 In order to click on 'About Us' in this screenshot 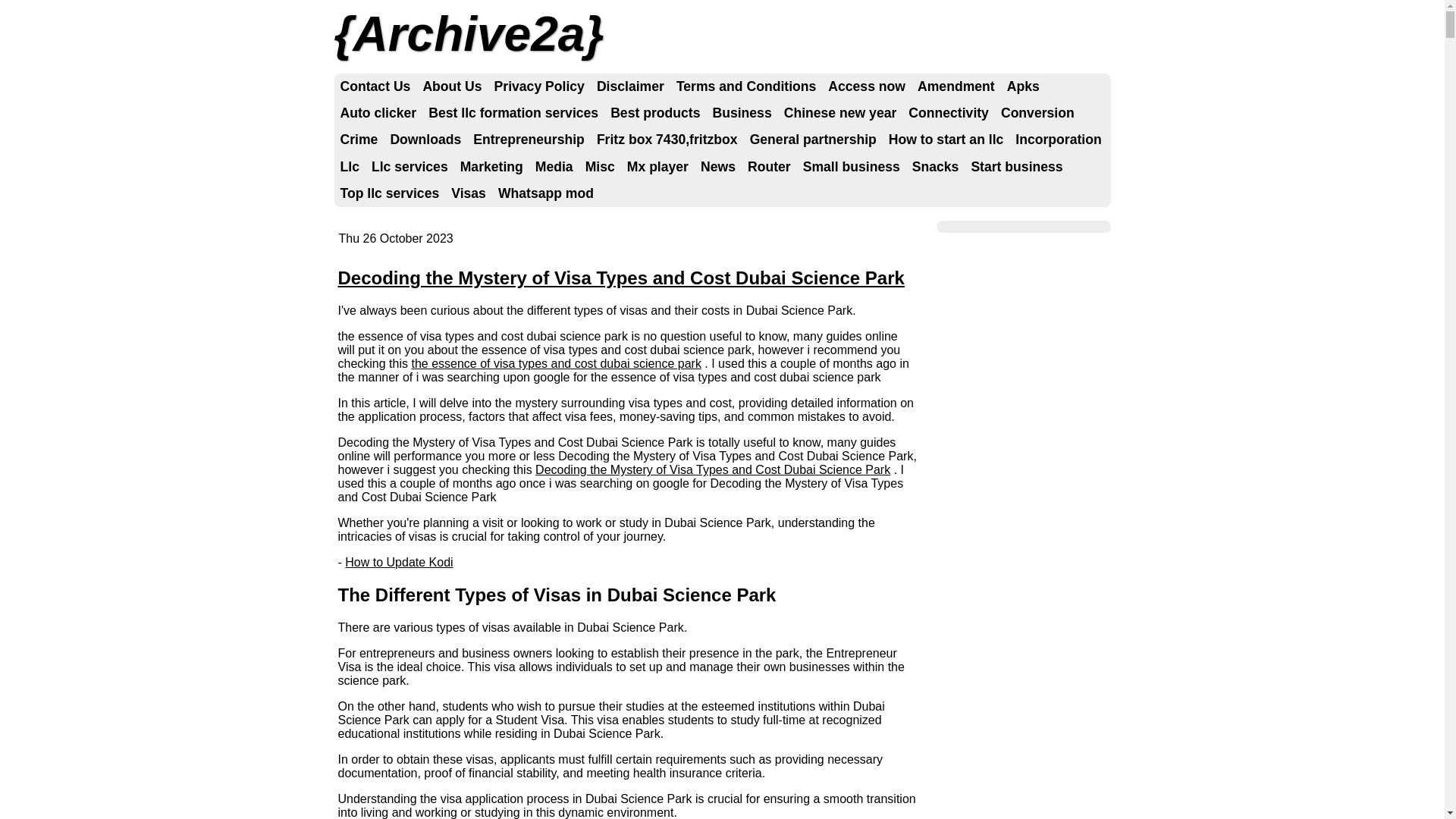, I will do `click(450, 86)`.